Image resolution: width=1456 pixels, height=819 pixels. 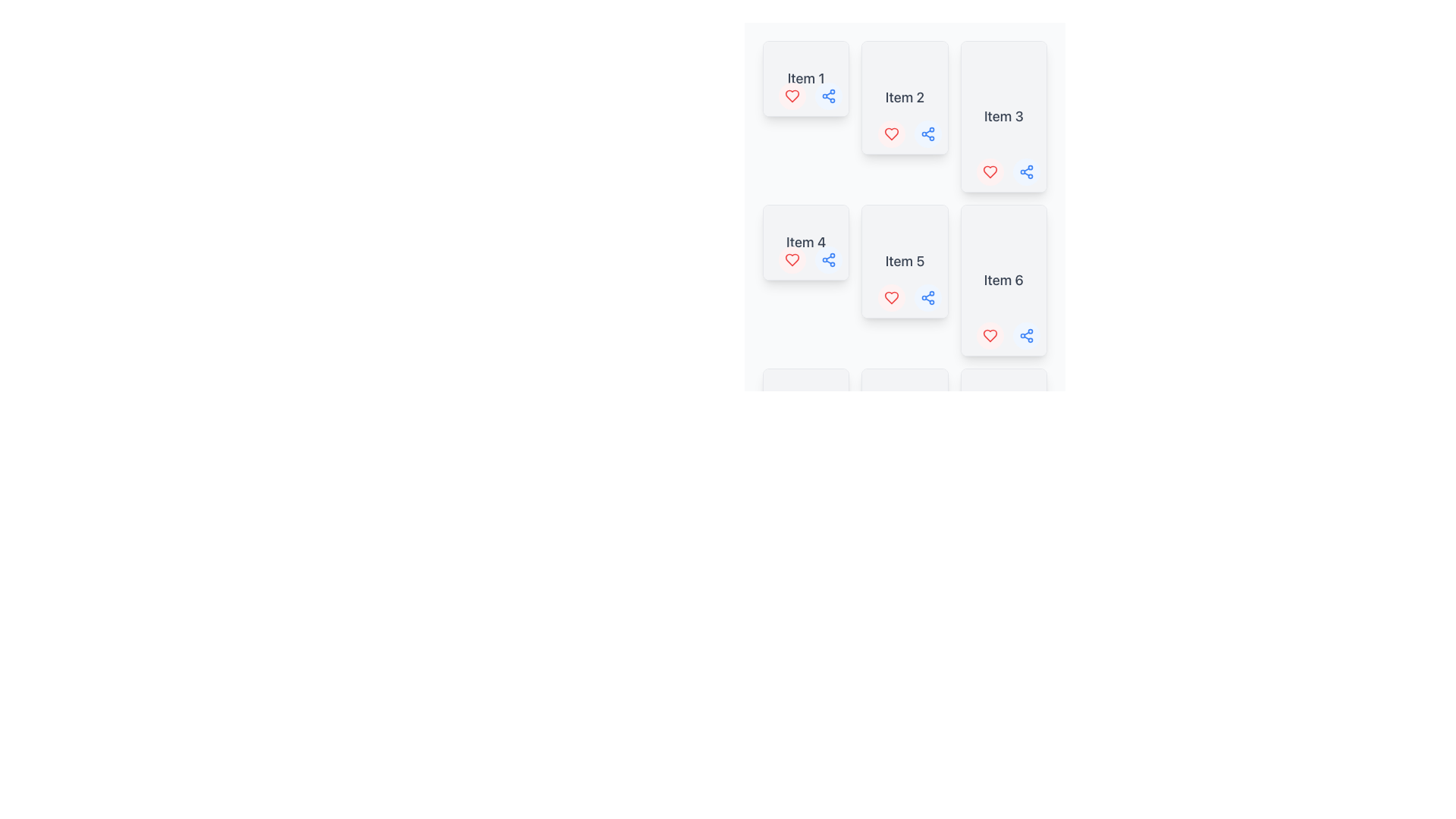 I want to click on the text label that serves as the title or identifier for the card containing 'Item 6', located in the third column of the second row in a grid layout, so click(x=1003, y=281).